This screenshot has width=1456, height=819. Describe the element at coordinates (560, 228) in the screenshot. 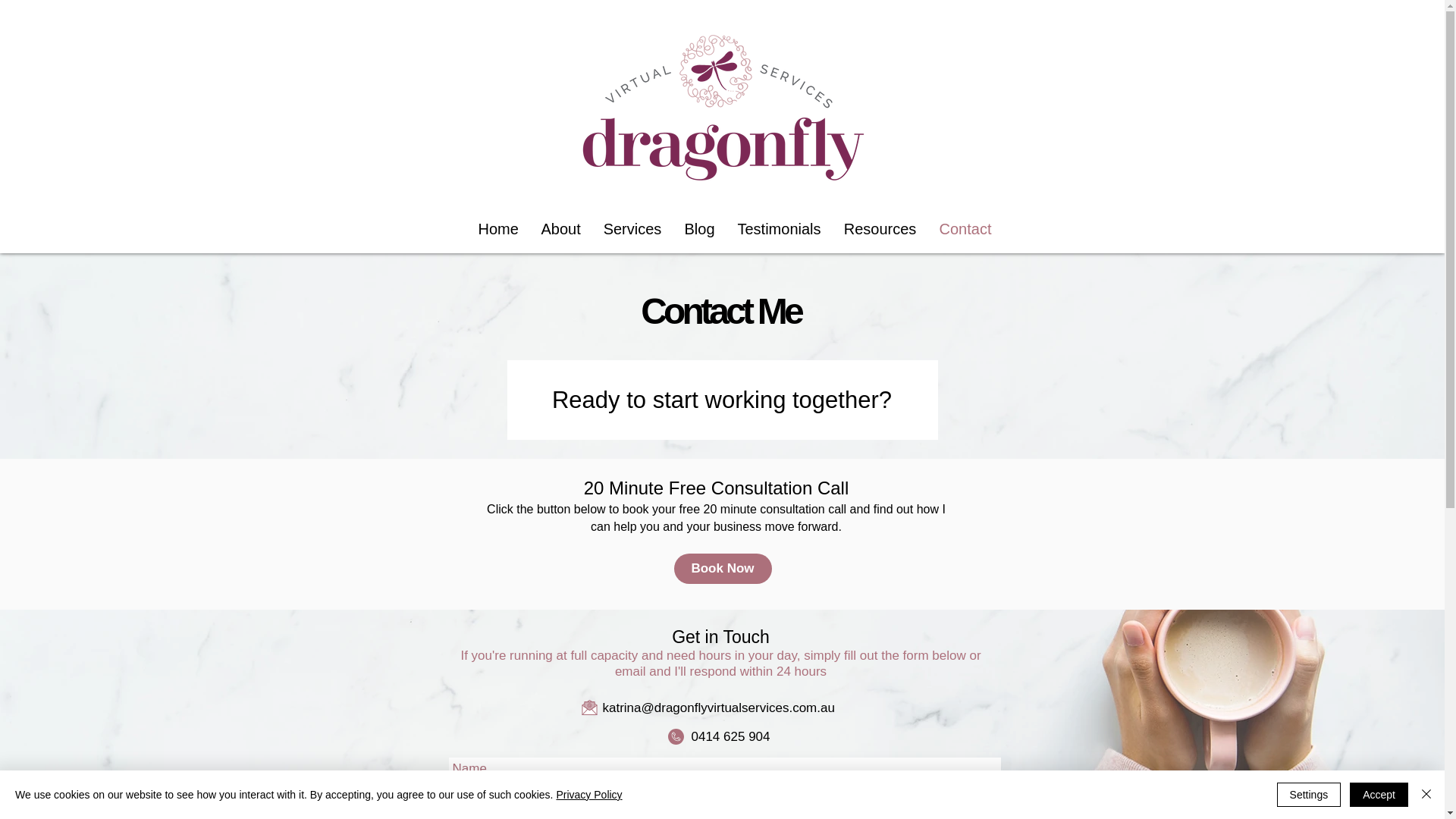

I see `'About'` at that location.